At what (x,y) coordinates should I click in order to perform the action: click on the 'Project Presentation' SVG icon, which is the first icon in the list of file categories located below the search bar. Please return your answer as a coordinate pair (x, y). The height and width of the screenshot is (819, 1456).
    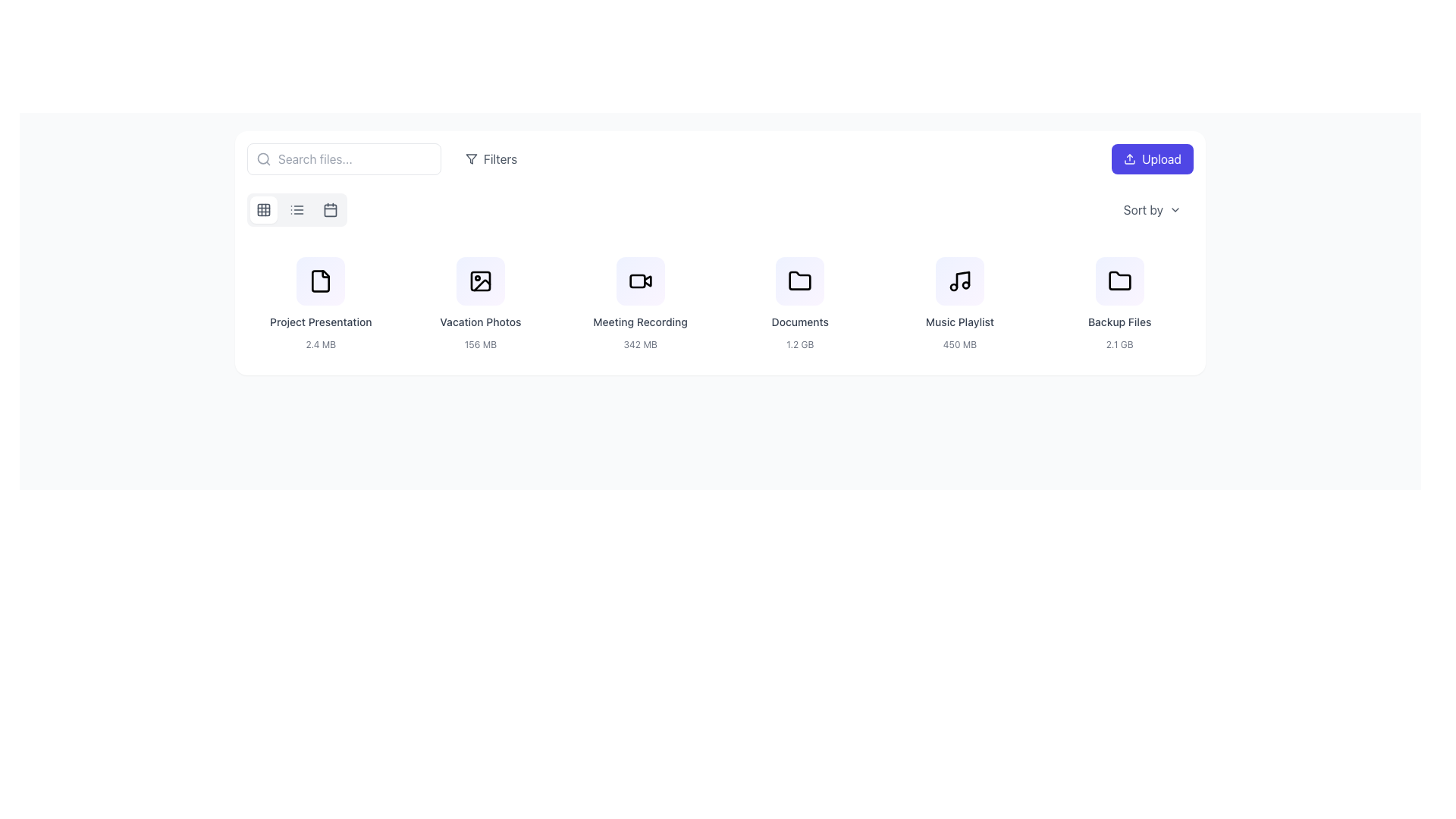
    Looking at the image, I should click on (320, 281).